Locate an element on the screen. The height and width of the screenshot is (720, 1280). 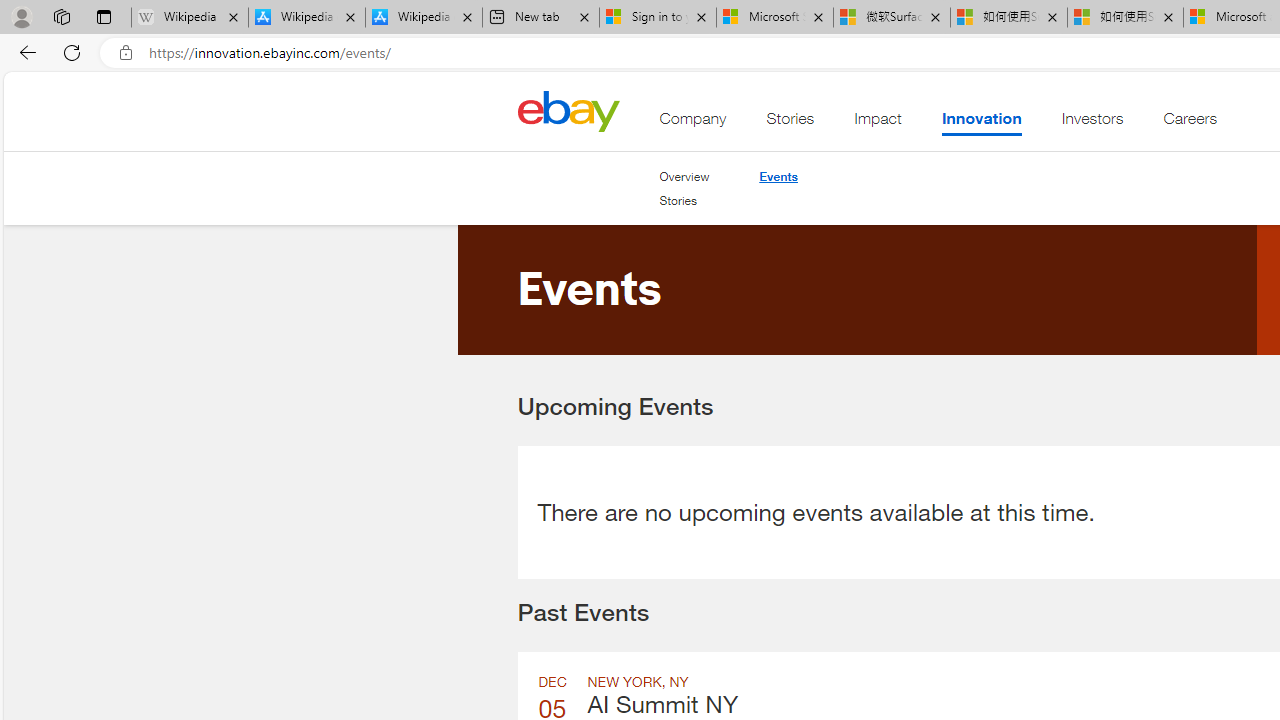
'Impact' is located at coordinates (878, 123).